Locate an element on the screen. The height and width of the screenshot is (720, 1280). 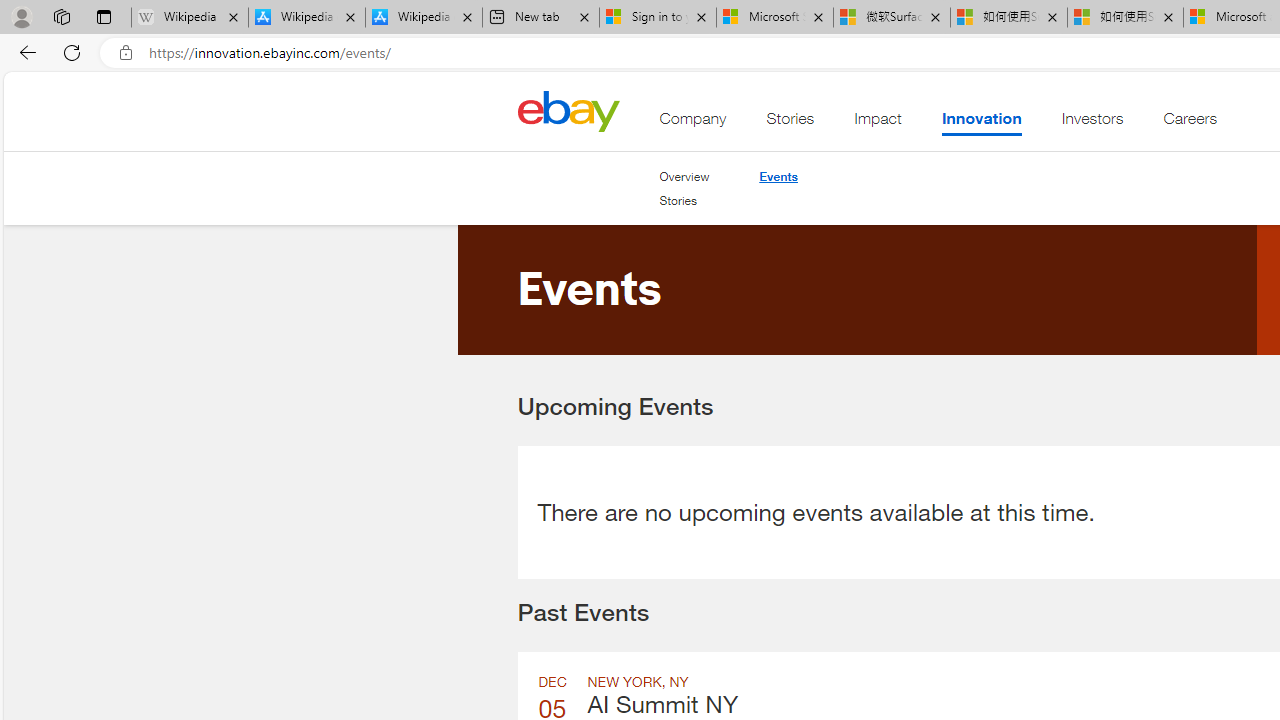
'Impact' is located at coordinates (878, 123).